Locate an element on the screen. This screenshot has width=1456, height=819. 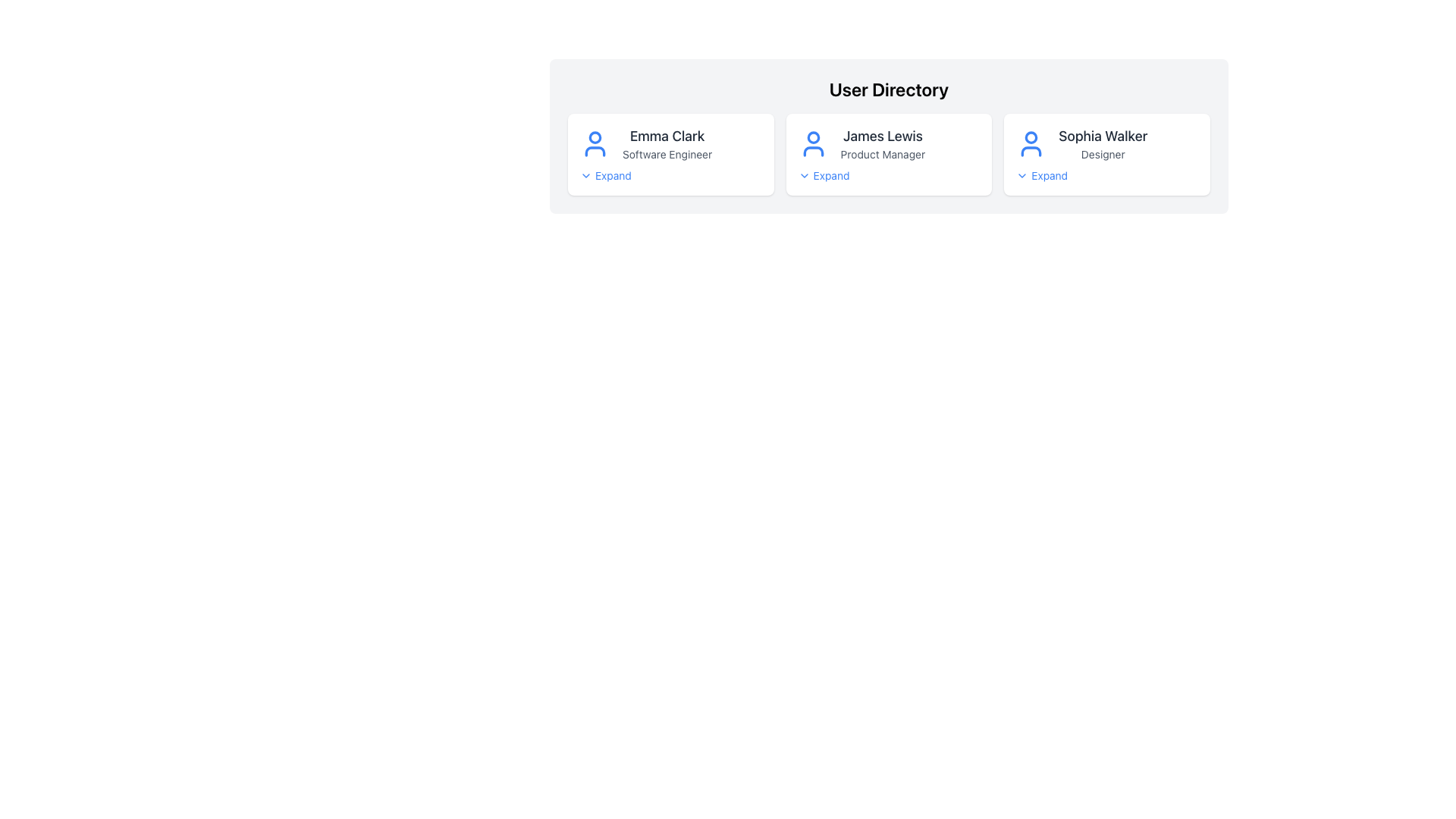
the circular outline at the top of the blue user avatar icon representing Emma Clark to enlarge the user card is located at coordinates (595, 137).